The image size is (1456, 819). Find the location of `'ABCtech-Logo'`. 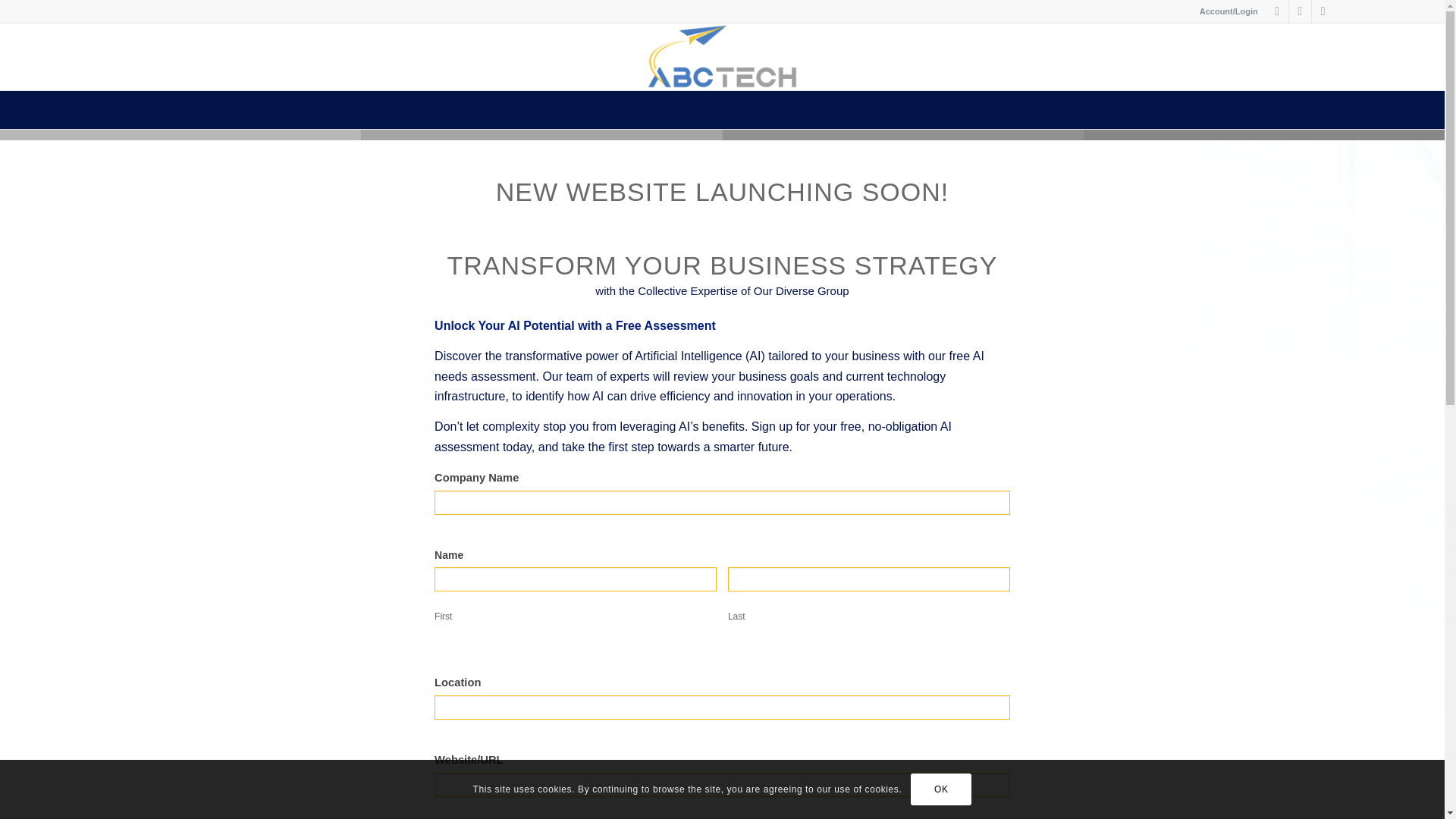

'ABCtech-Logo' is located at coordinates (645, 55).